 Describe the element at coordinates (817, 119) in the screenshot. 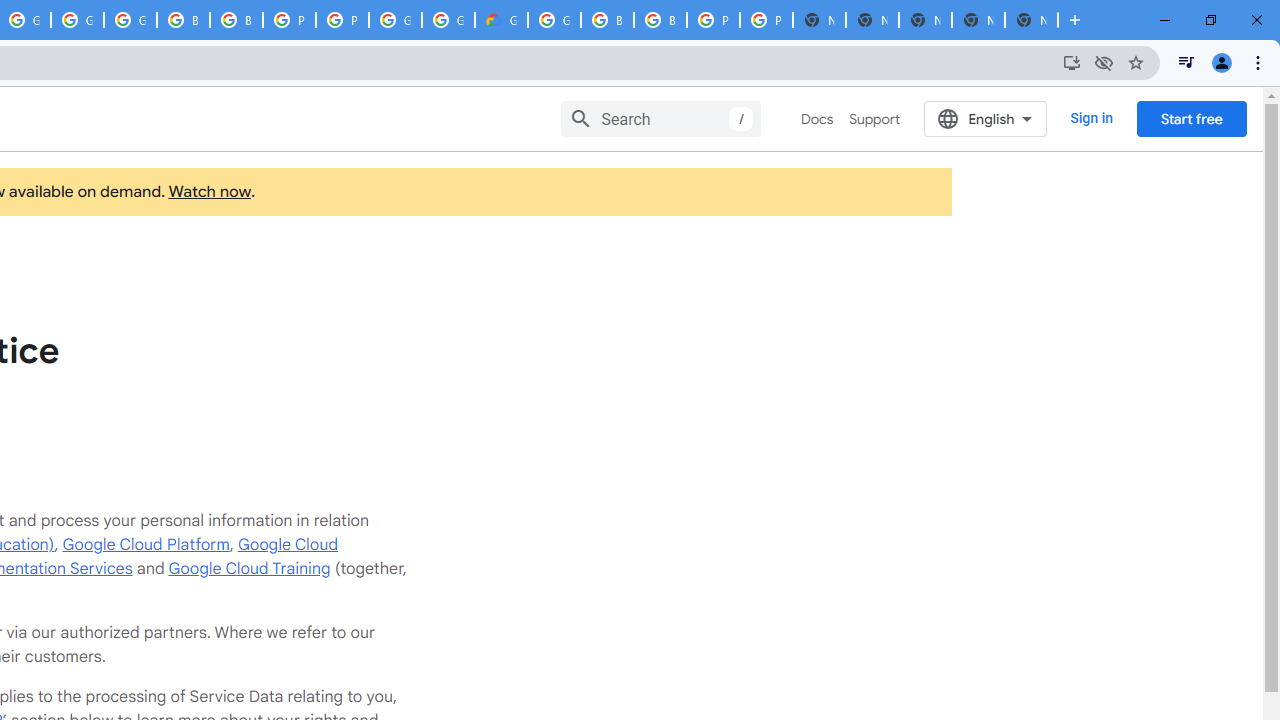

I see `'Docs'` at that location.